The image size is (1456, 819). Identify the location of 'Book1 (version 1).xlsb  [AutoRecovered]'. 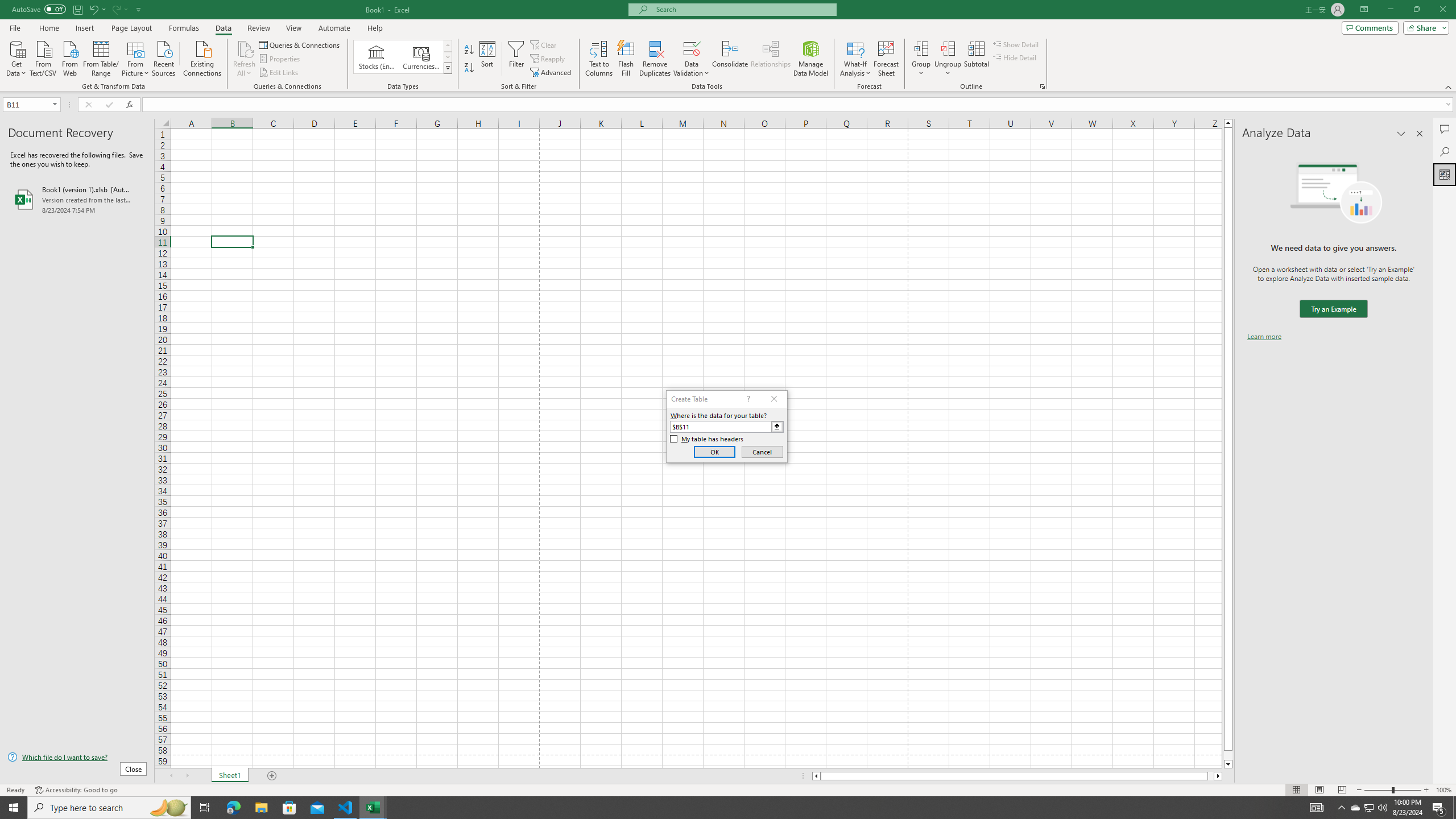
(76, 198).